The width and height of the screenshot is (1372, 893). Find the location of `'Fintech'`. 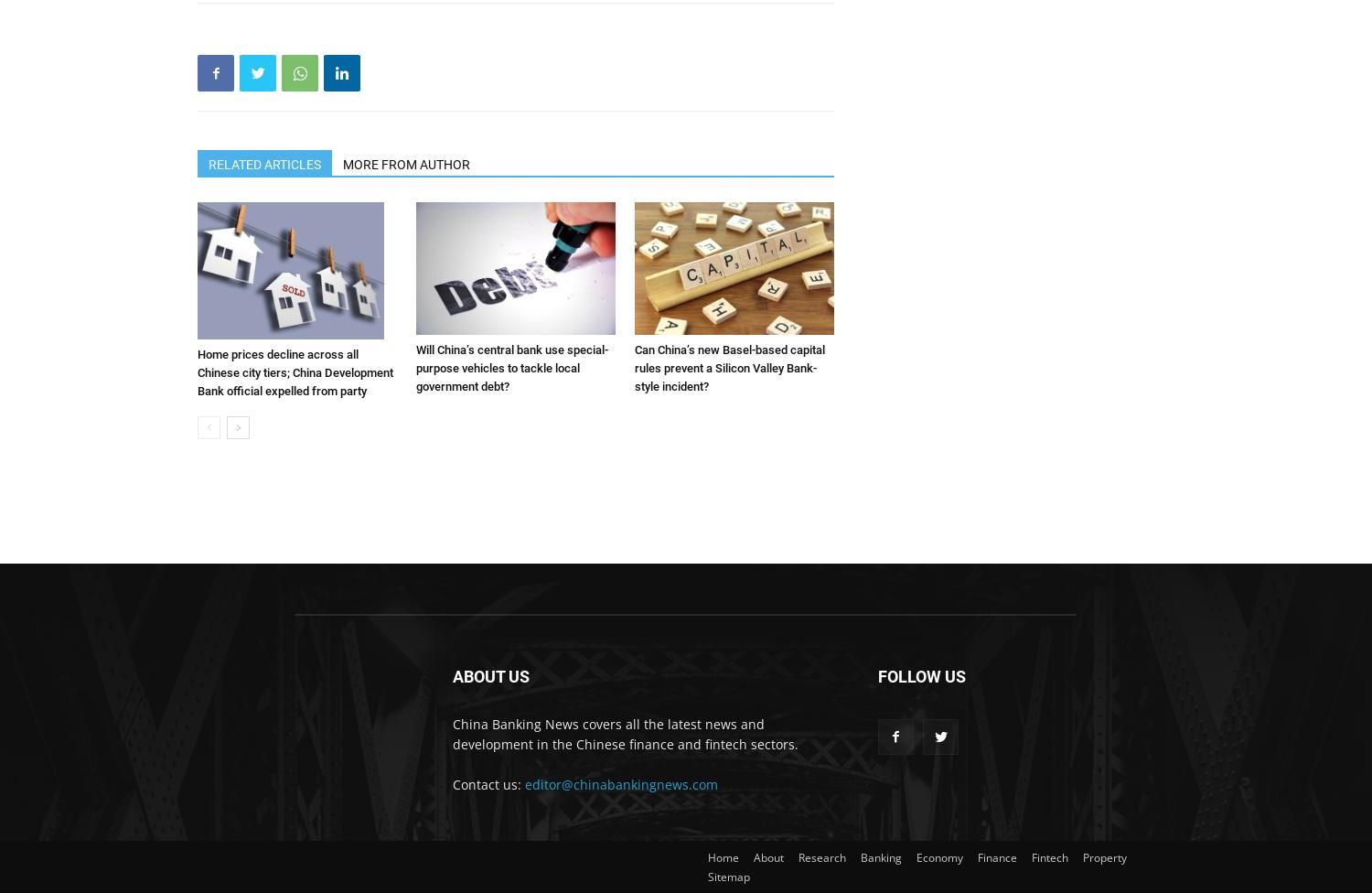

'Fintech' is located at coordinates (1049, 856).